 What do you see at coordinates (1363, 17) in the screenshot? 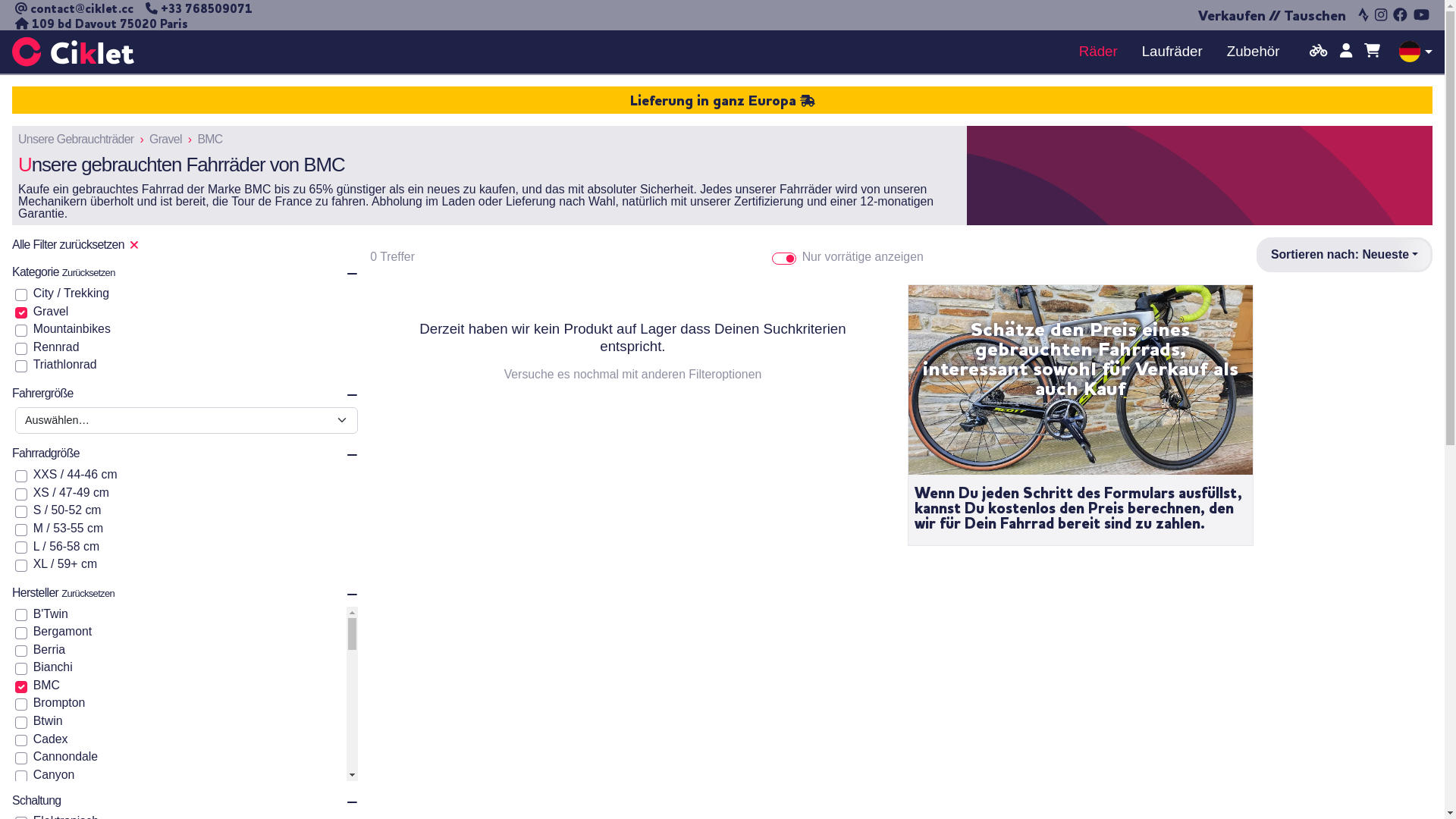
I see `'Strava'` at bounding box center [1363, 17].